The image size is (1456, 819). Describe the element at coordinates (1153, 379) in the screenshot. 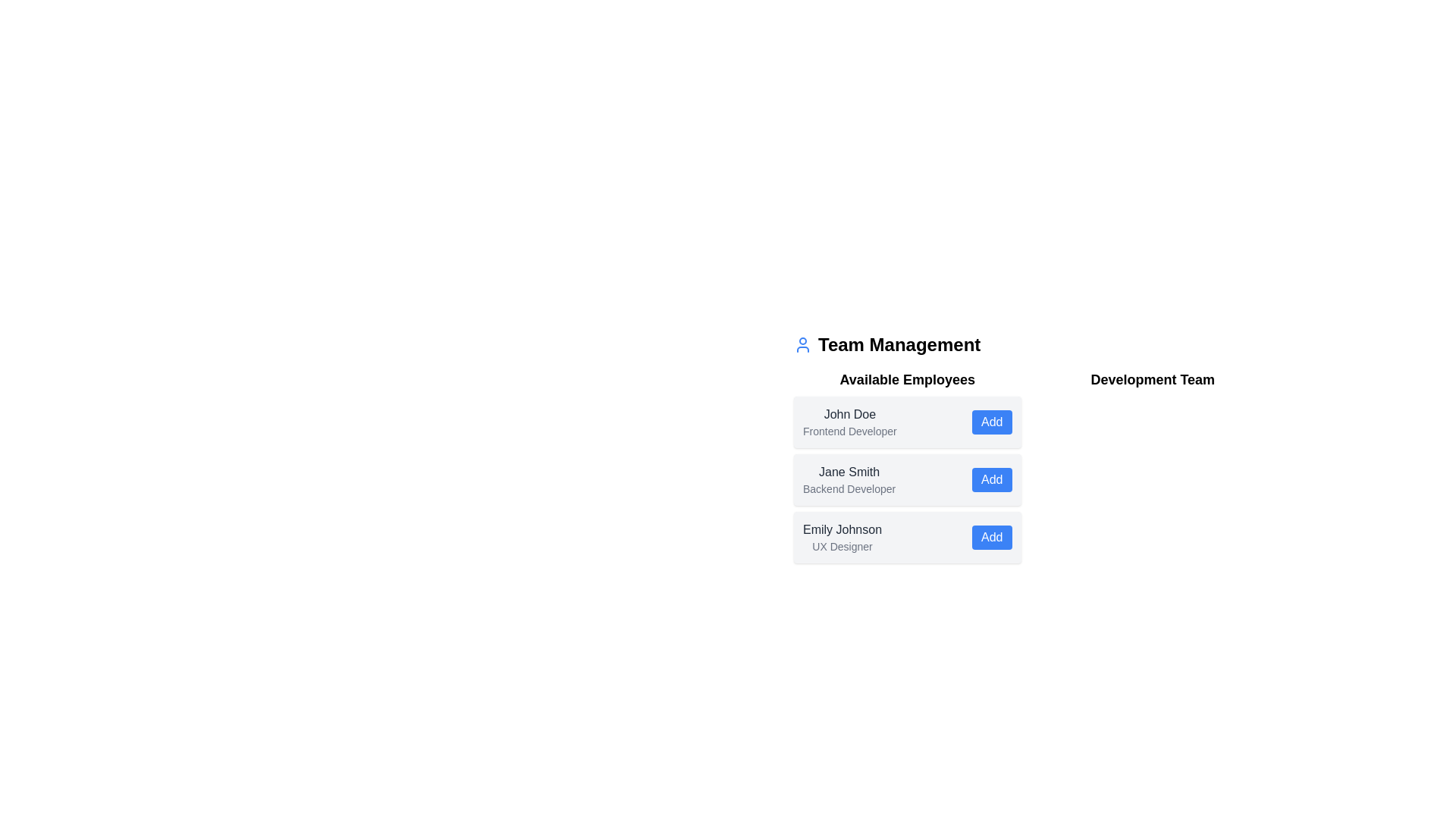

I see `the text label indicating 'Development Team', located in the top-right area of the interface` at that location.